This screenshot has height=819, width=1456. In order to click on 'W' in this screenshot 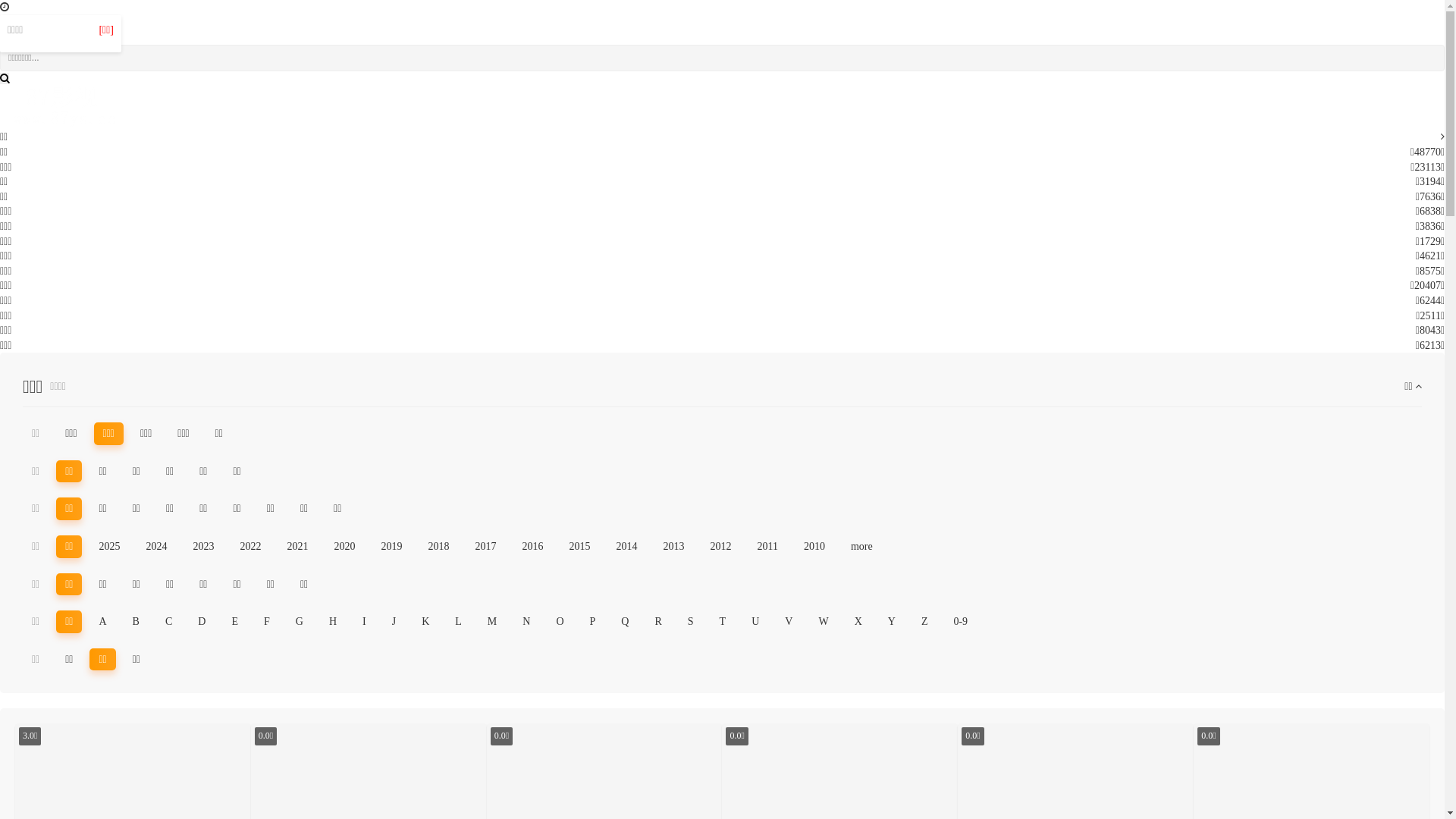, I will do `click(822, 622)`.